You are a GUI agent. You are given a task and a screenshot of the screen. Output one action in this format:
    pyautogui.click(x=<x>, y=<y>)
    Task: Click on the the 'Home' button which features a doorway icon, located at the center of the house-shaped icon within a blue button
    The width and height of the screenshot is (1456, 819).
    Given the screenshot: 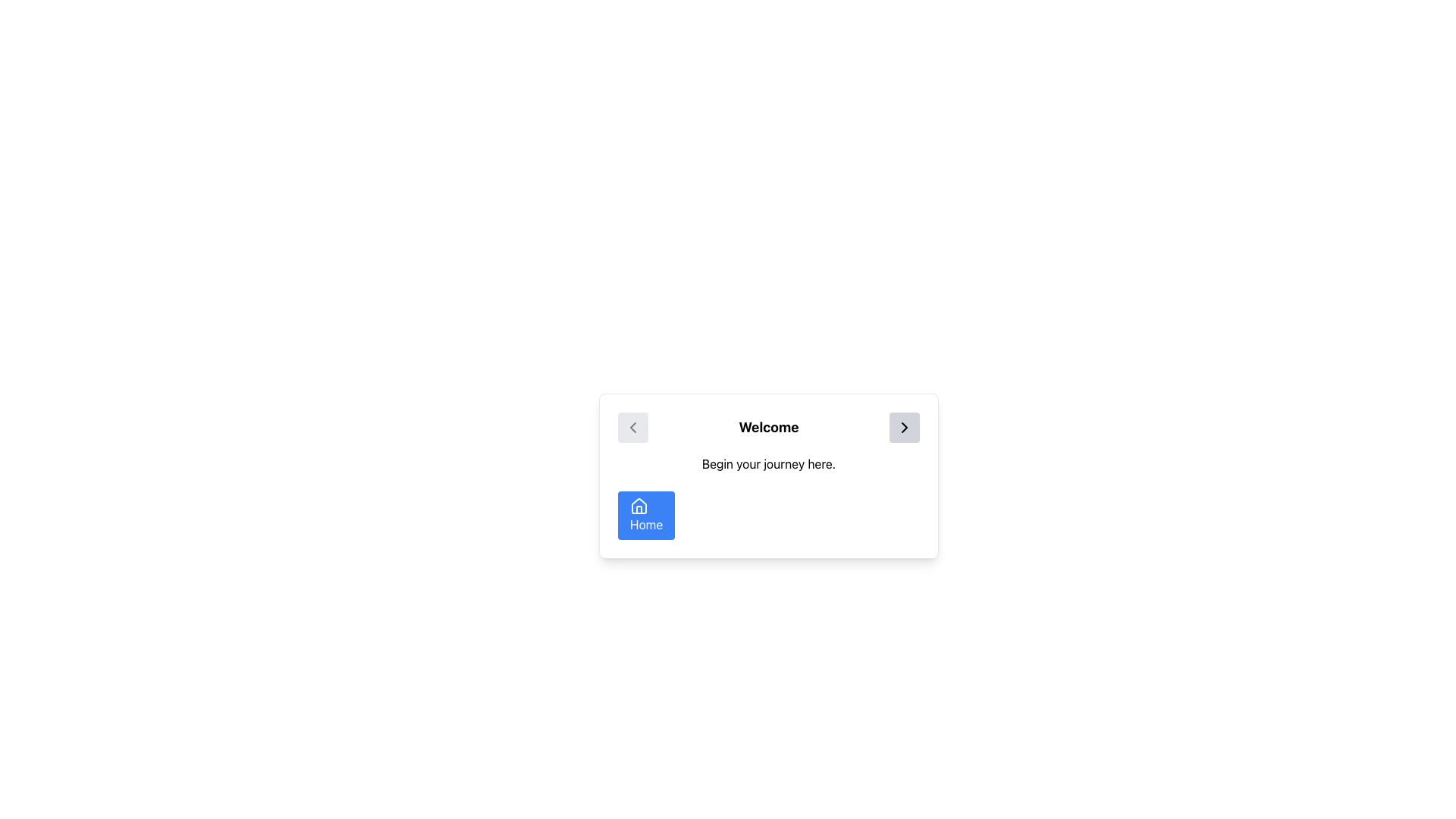 What is the action you would take?
    pyautogui.click(x=639, y=510)
    